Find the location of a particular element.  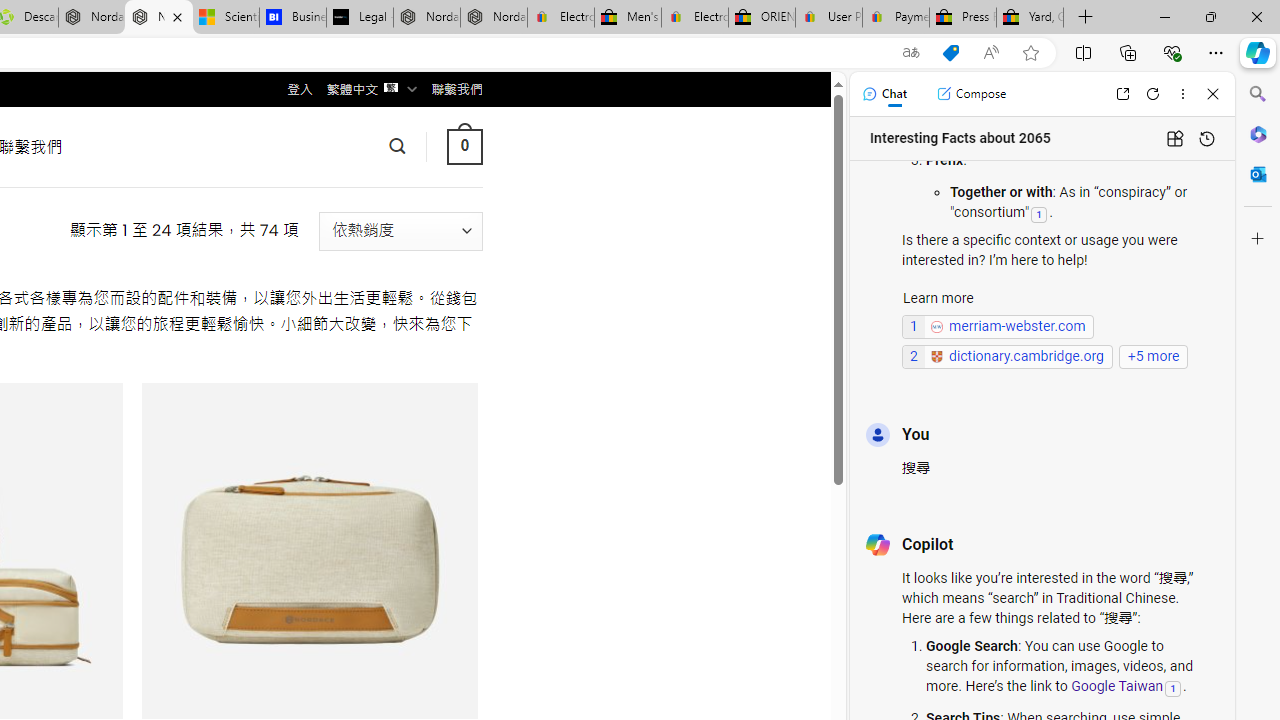

'Compose' is located at coordinates (971, 93).